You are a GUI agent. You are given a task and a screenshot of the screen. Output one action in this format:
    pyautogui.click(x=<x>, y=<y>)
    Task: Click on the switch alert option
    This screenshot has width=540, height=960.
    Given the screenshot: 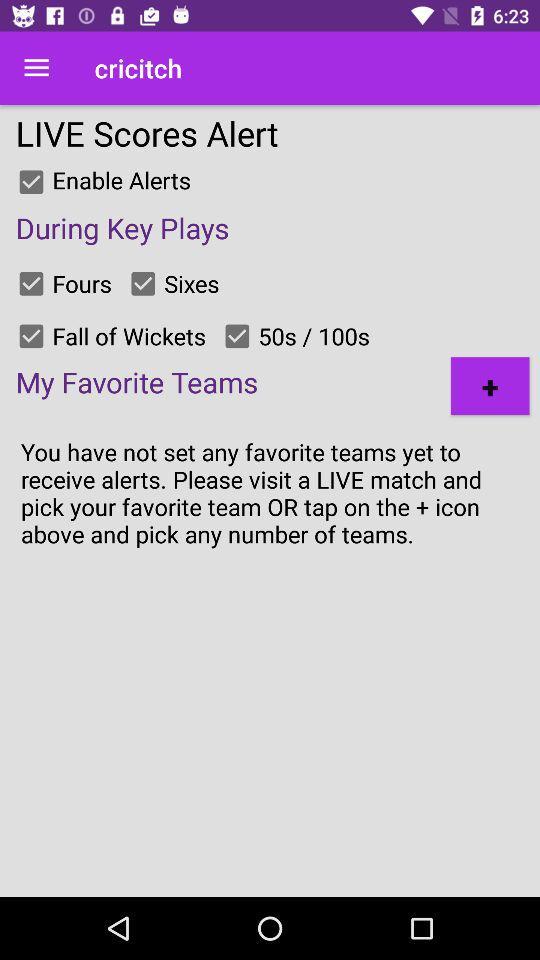 What is the action you would take?
    pyautogui.click(x=237, y=336)
    